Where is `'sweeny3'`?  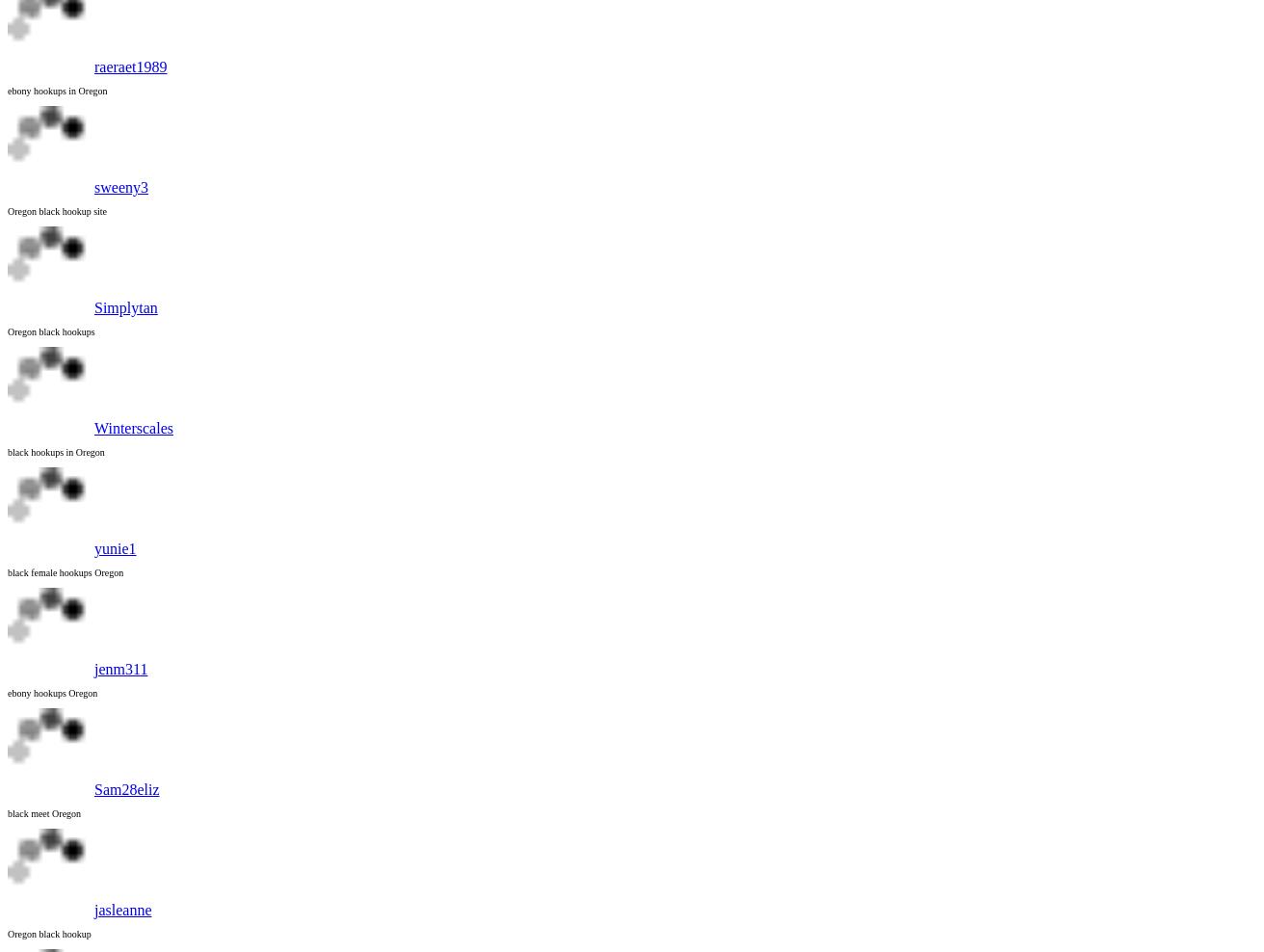
'sweeny3' is located at coordinates (94, 187).